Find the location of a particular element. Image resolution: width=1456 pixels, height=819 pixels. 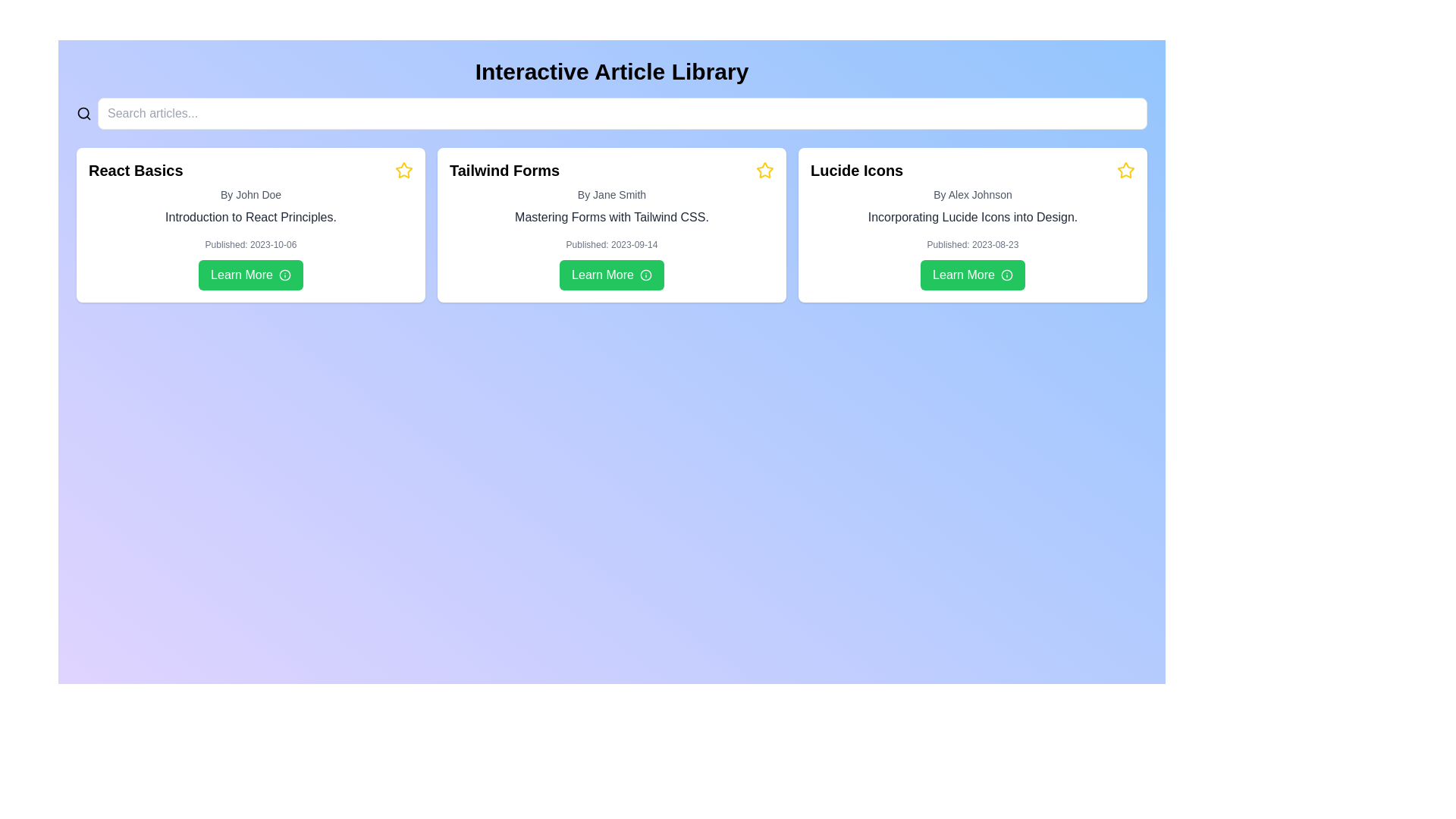

the author label text located beneath the title 'React Basics' and above the description 'Introduction to React Principles' within the first card of the main content section is located at coordinates (251, 194).